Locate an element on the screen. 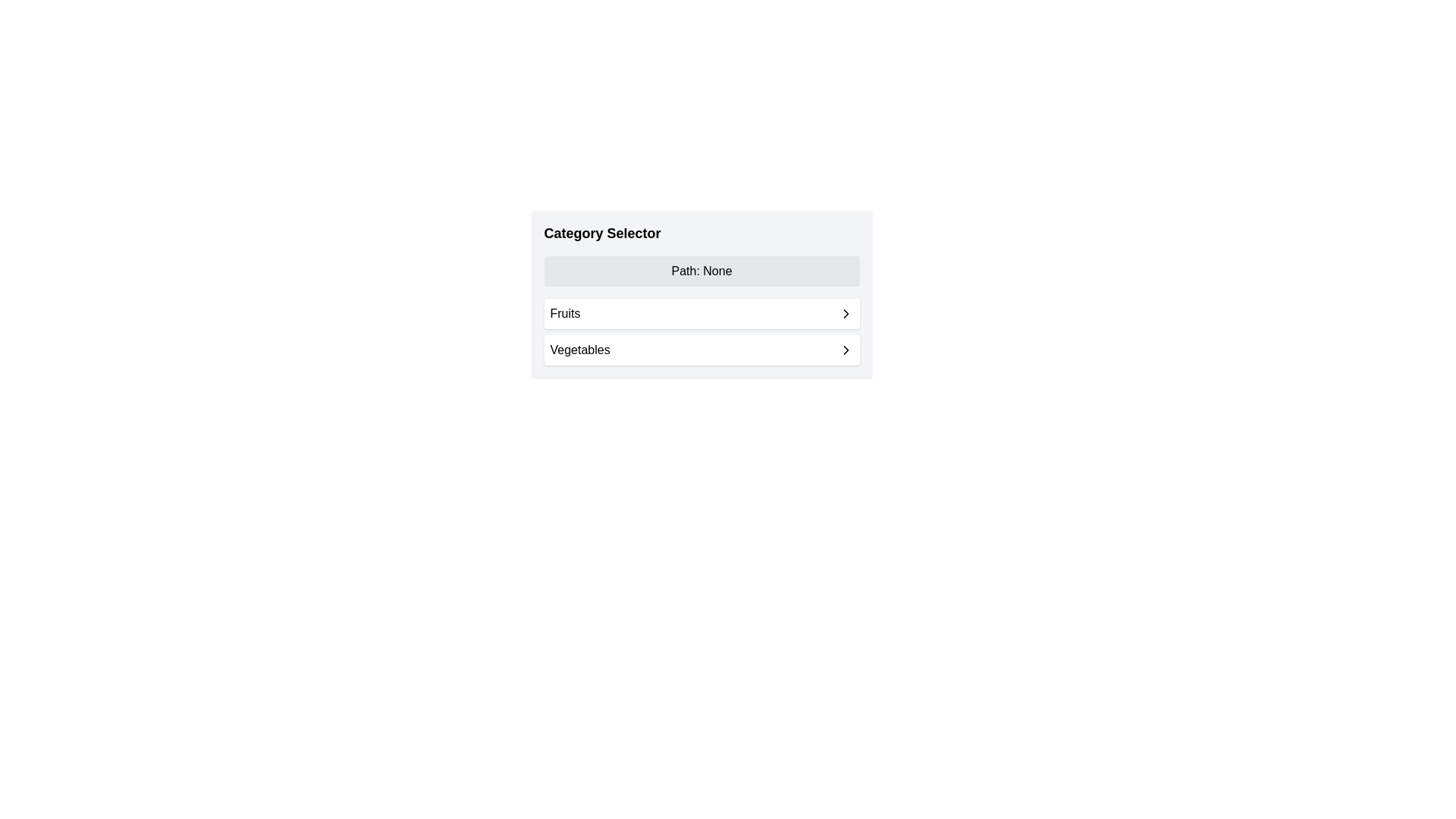 The width and height of the screenshot is (1456, 819). the 'Fruits' text label in the category selector menu is located at coordinates (564, 312).